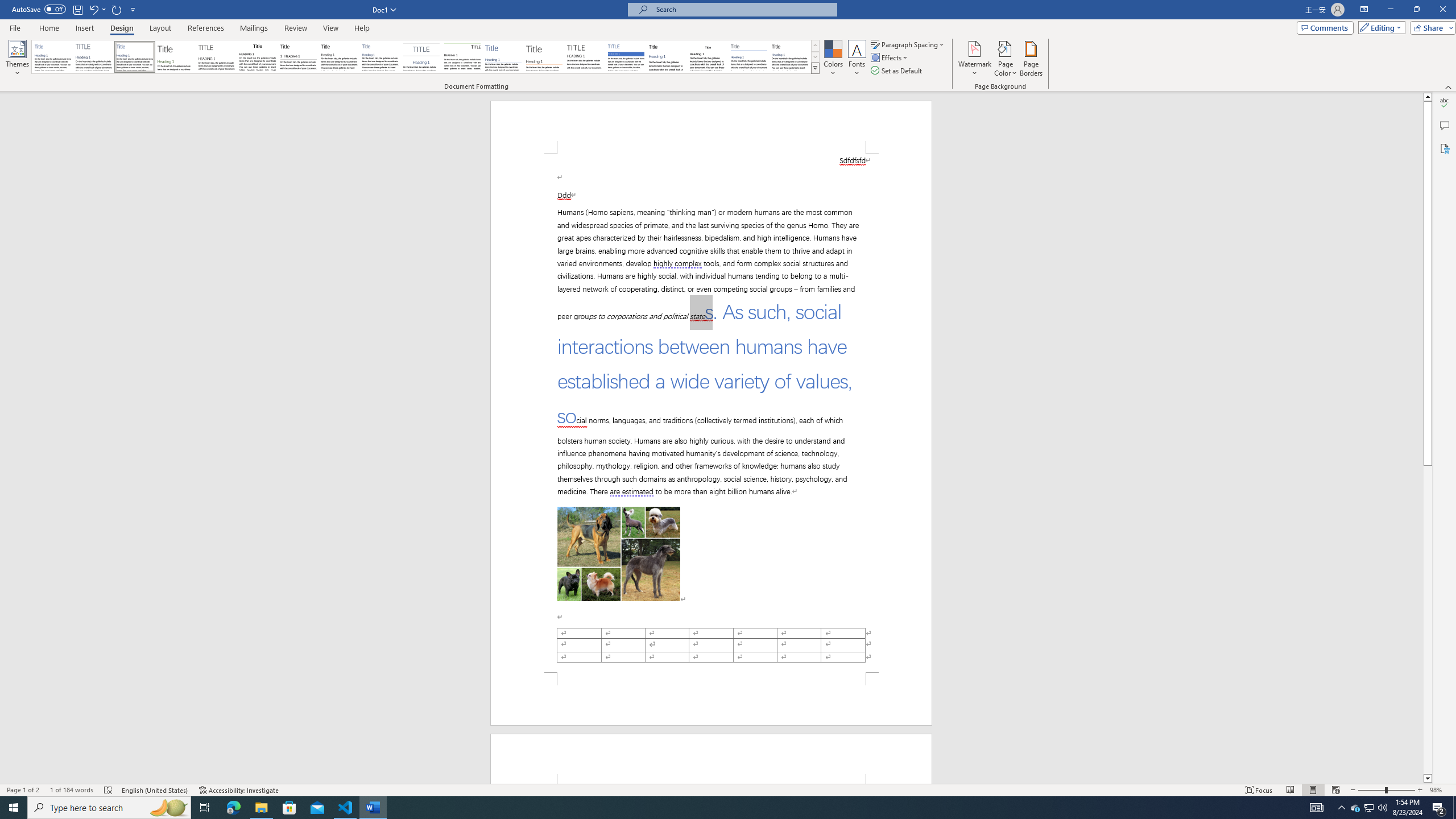 Image resolution: width=1456 pixels, height=819 pixels. I want to click on 'Black & White (Numbered)', so click(297, 56).